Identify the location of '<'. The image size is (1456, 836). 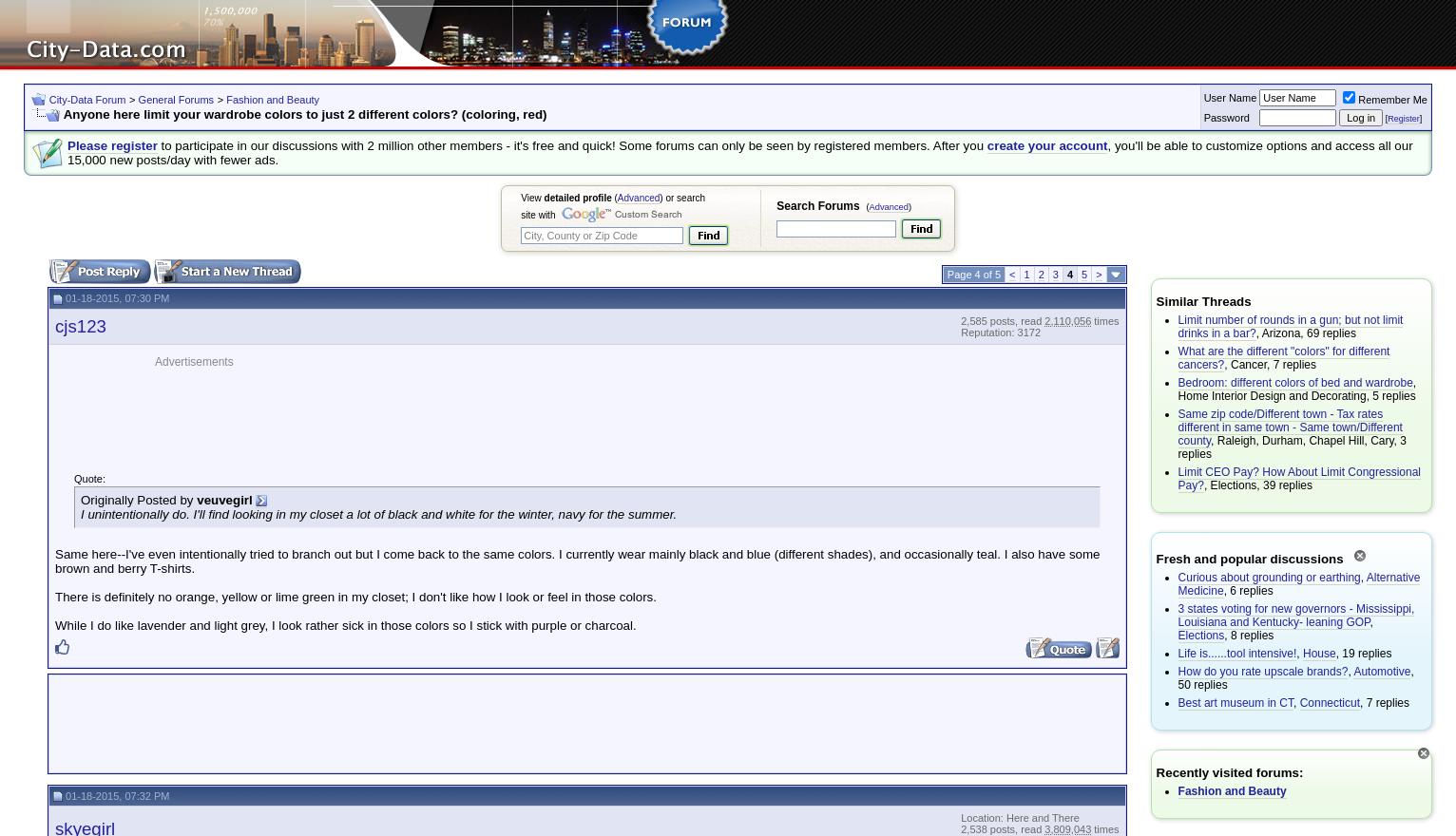
(1011, 274).